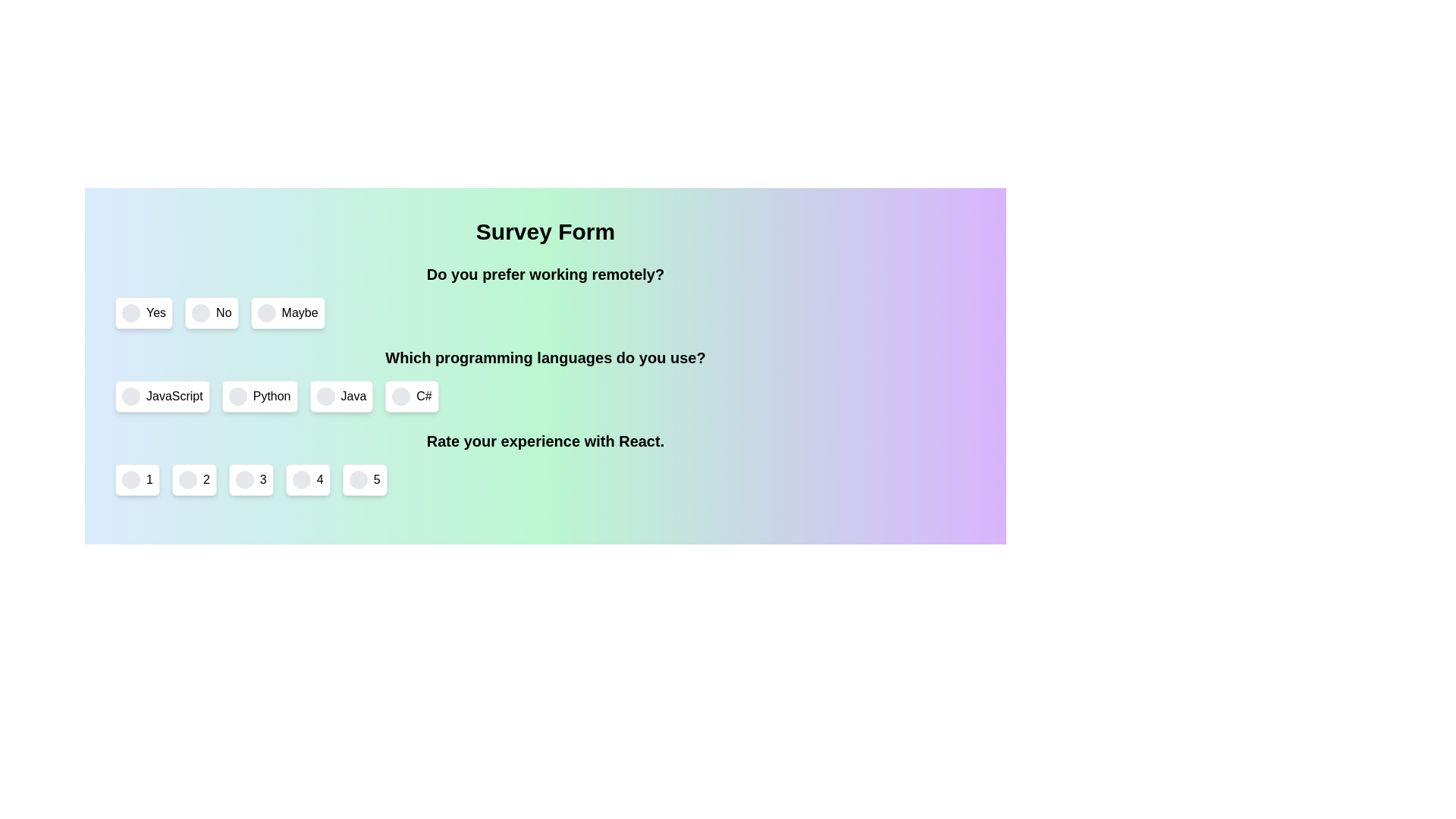 The height and width of the screenshot is (819, 1456). I want to click on the text label displaying 'Java', which is the third selectable option in the row under the question 'Which programming languages do you use?', so click(353, 396).